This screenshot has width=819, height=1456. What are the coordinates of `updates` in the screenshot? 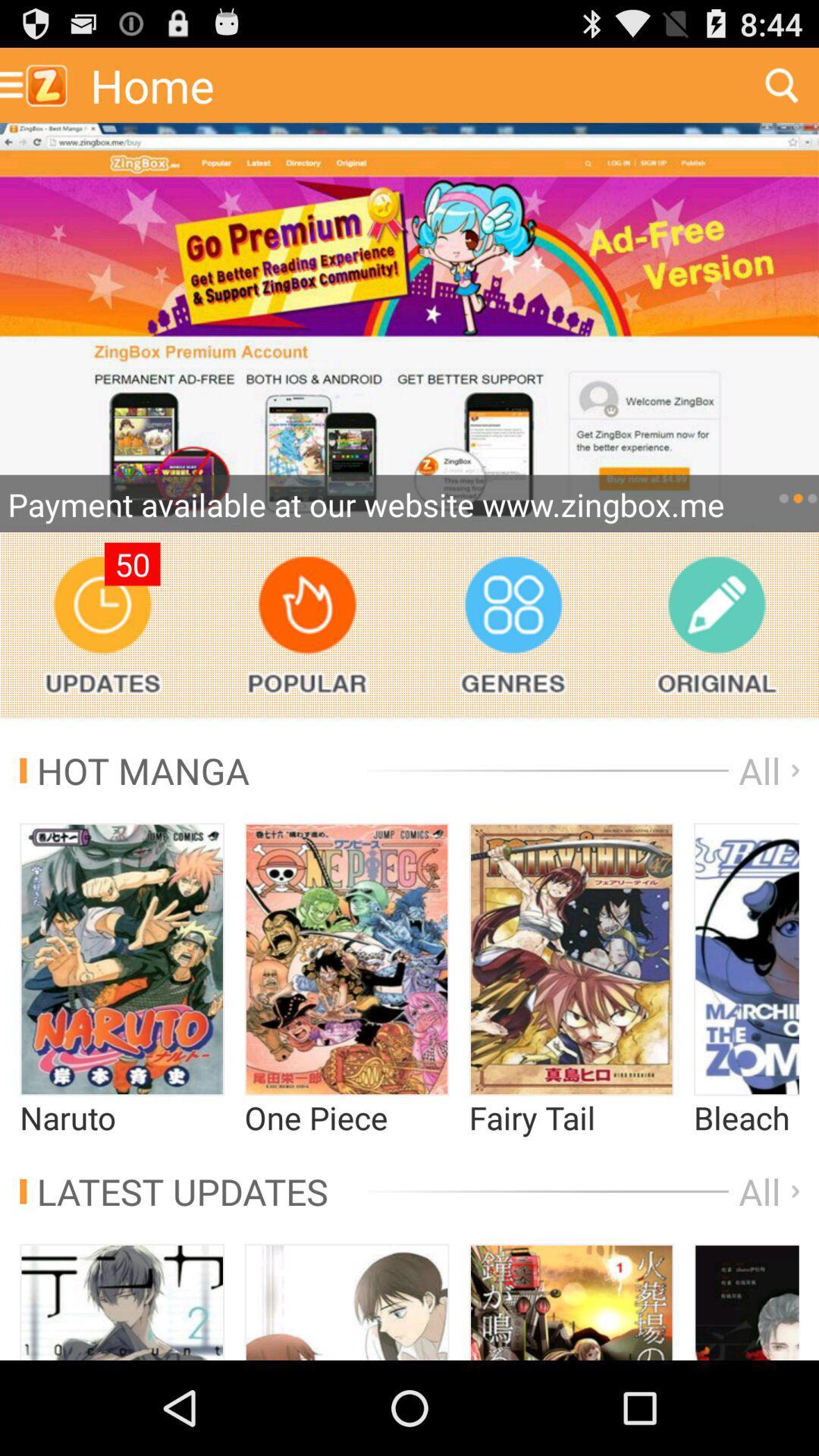 It's located at (102, 625).